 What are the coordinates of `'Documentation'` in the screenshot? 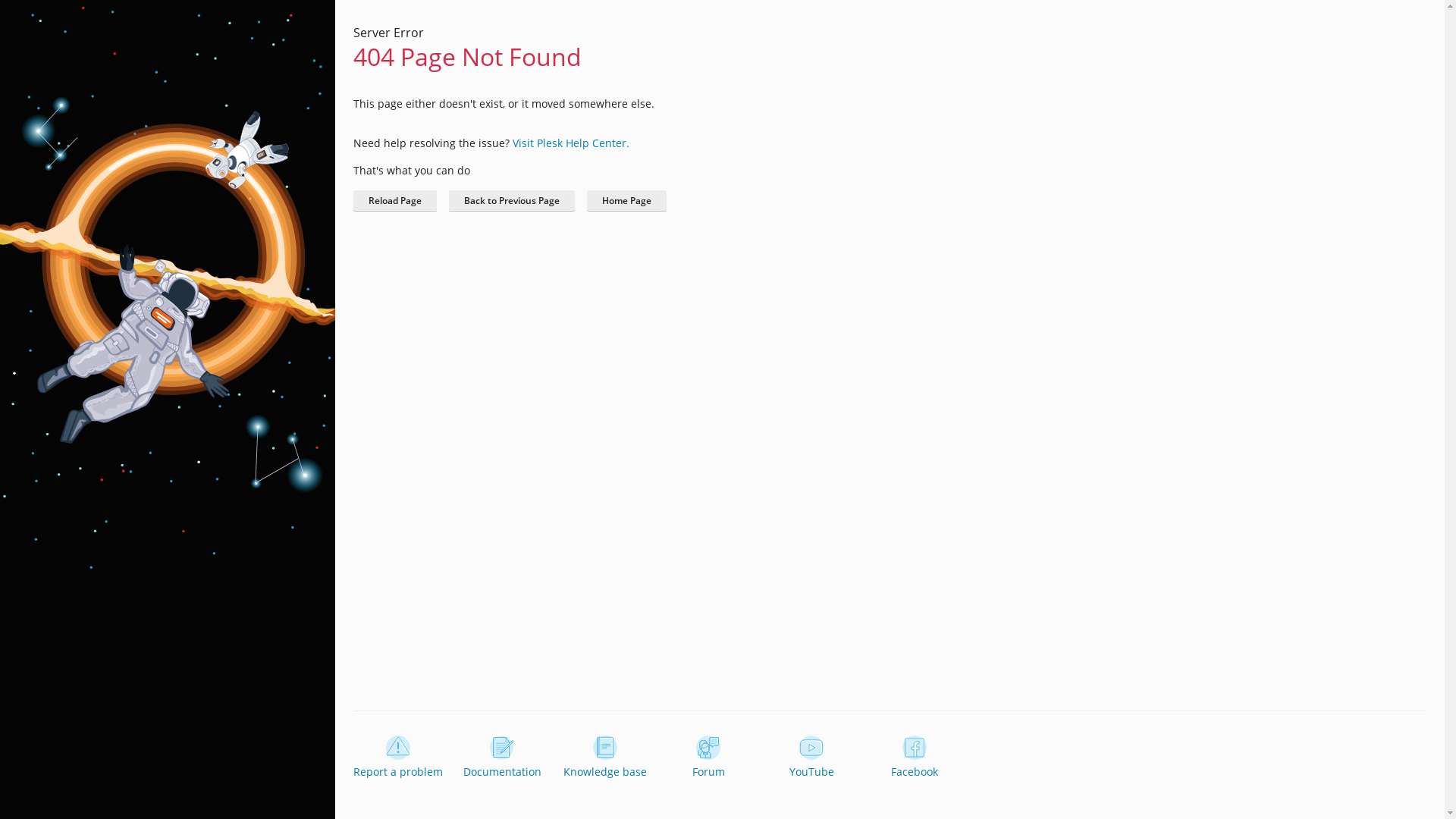 It's located at (502, 758).